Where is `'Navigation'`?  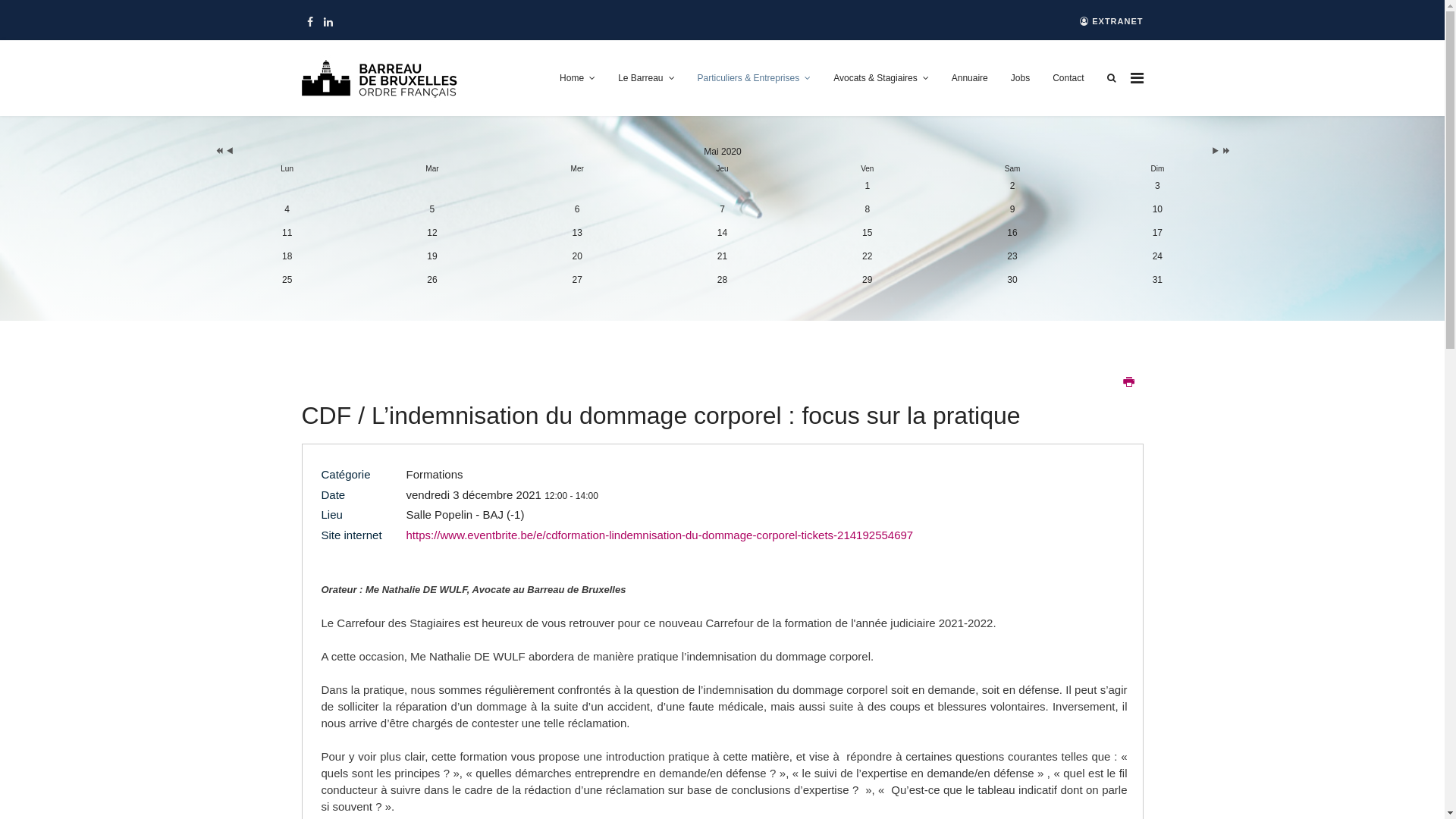
'Navigation' is located at coordinates (1129, 78).